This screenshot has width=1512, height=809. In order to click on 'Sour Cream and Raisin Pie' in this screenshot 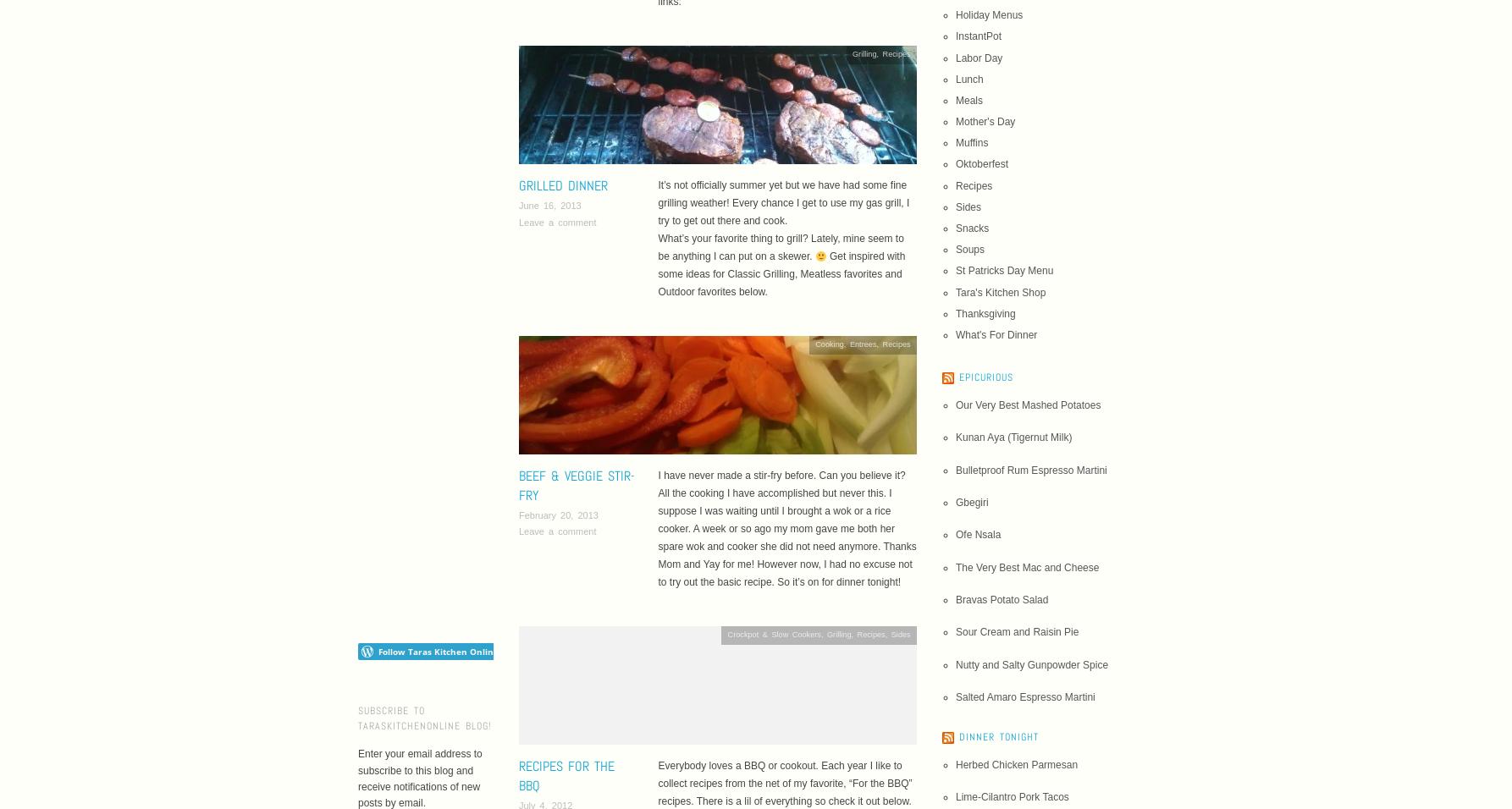, I will do `click(954, 631)`.